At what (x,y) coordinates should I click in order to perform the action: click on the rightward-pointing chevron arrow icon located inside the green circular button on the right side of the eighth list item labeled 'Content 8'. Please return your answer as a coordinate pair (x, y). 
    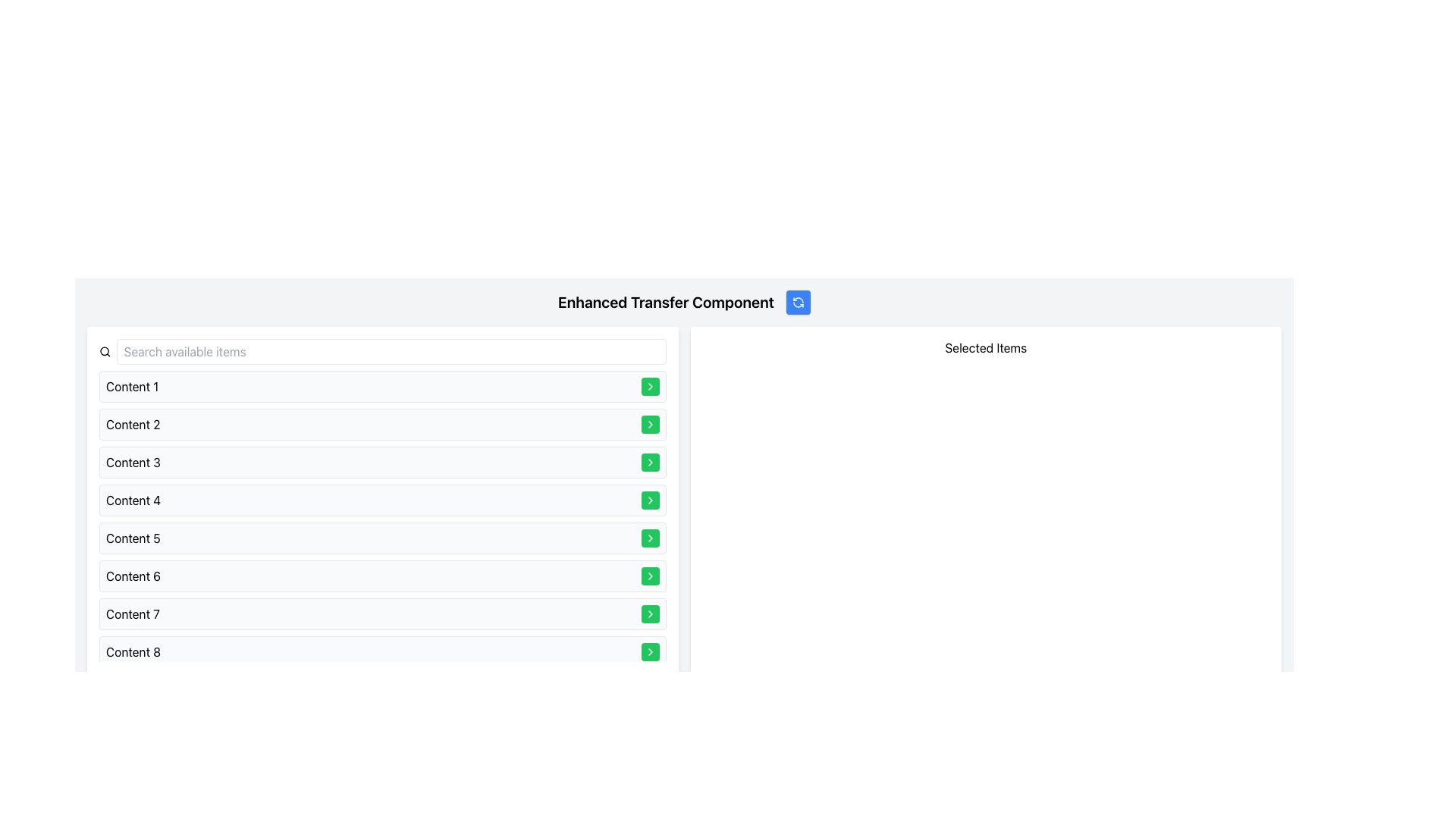
    Looking at the image, I should click on (650, 614).